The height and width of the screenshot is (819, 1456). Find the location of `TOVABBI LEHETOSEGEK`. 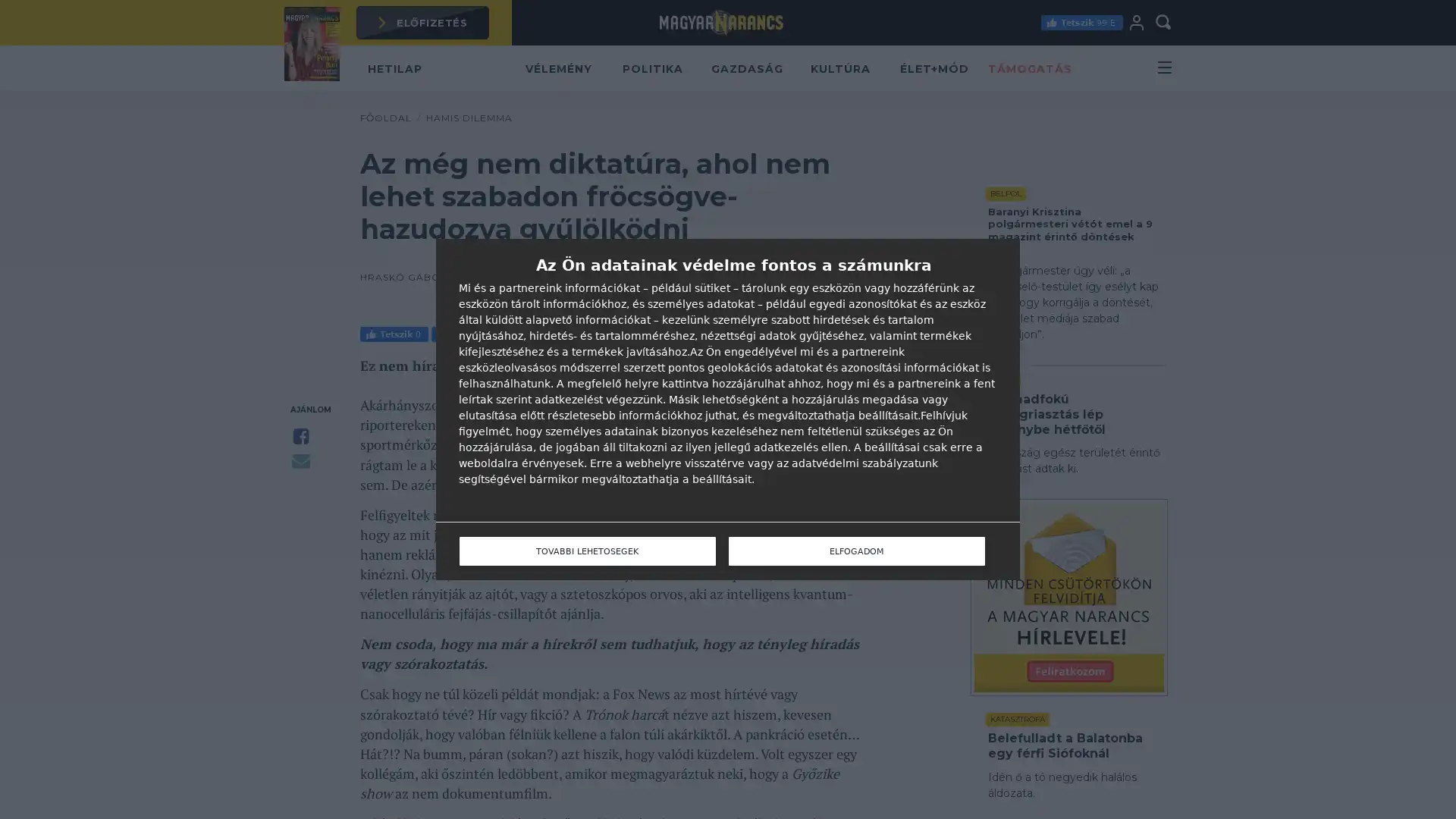

TOVABBI LEHETOSEGEK is located at coordinates (586, 551).